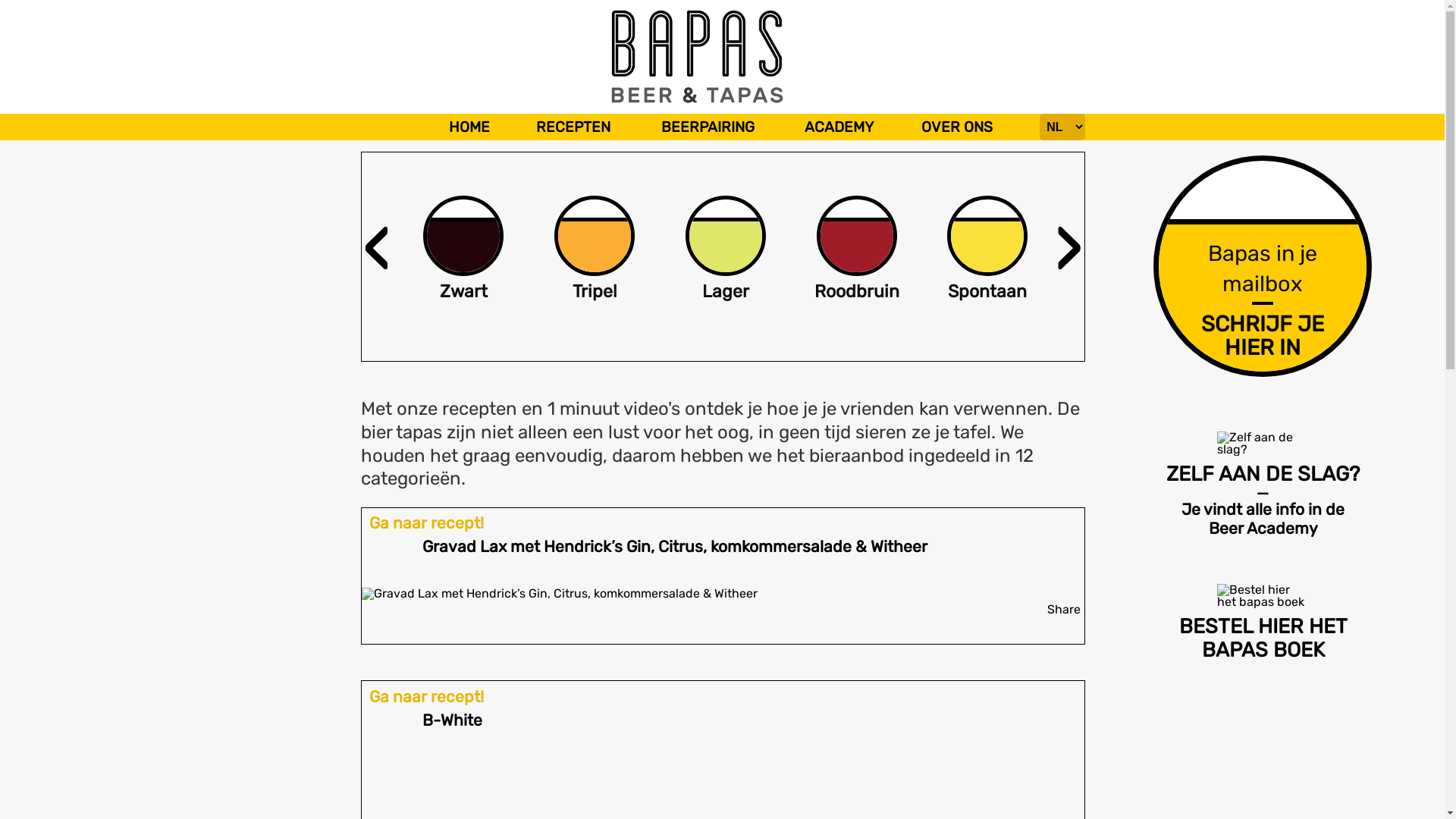 This screenshot has height=819, width=1456. What do you see at coordinates (469, 126) in the screenshot?
I see `'HOME'` at bounding box center [469, 126].